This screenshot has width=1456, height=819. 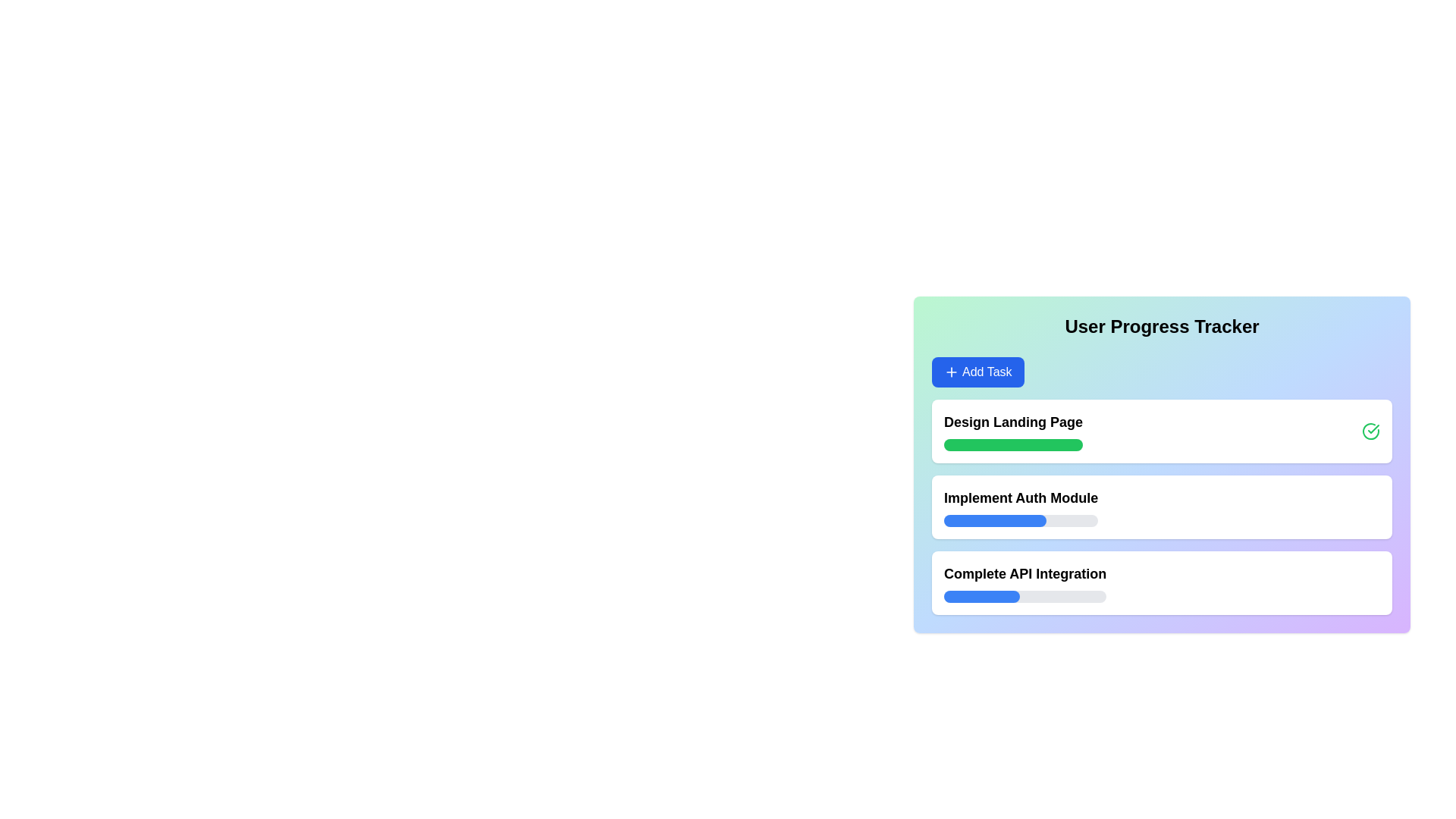 What do you see at coordinates (1011, 444) in the screenshot?
I see `the blue-filled progress bar indicator located below the label 'Design Landing Page' and above the 'Implement Auth Module' progress bar` at bounding box center [1011, 444].